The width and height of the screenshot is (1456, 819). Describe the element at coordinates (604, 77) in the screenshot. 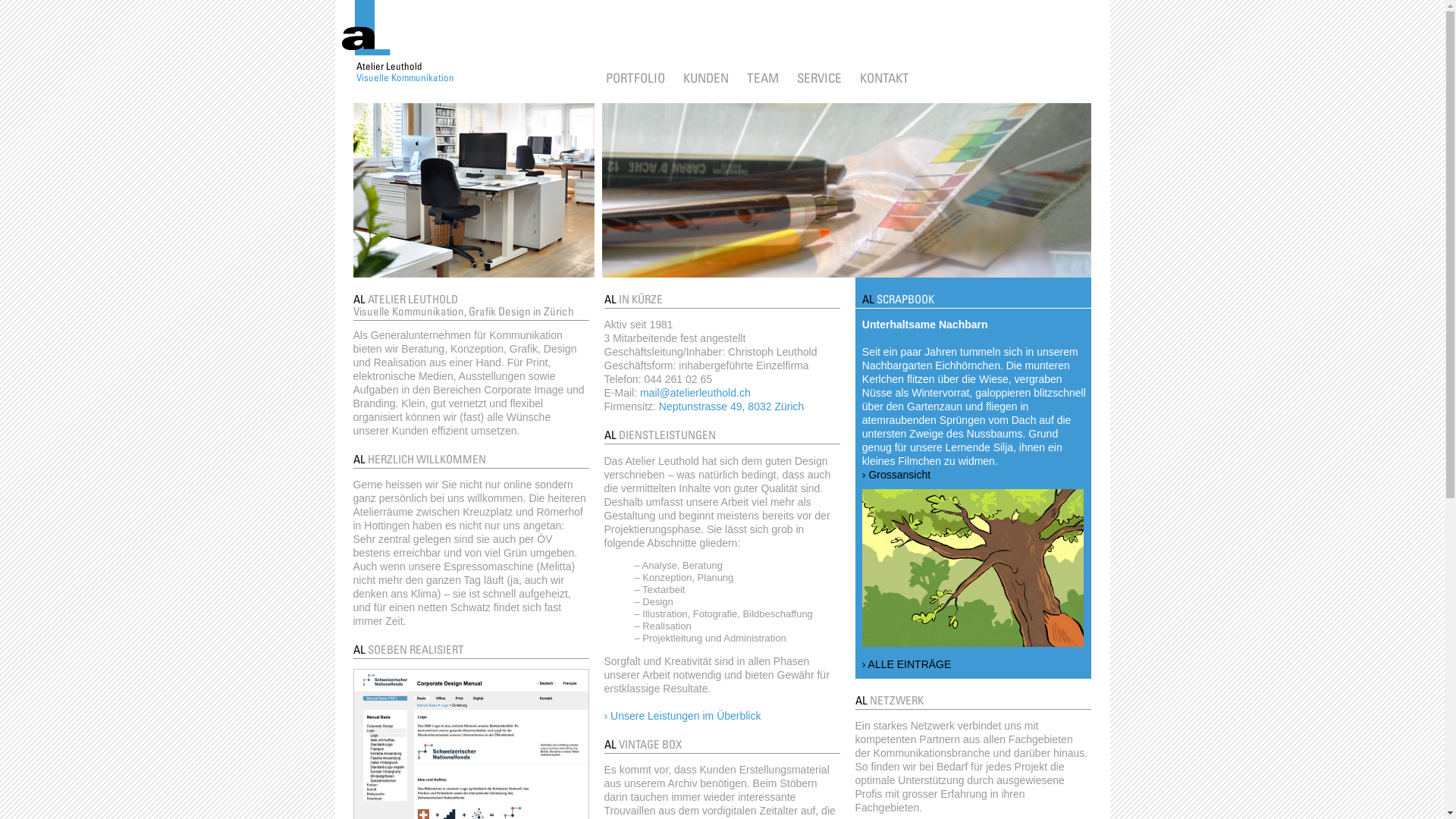

I see `'PORTFOLIO'` at that location.